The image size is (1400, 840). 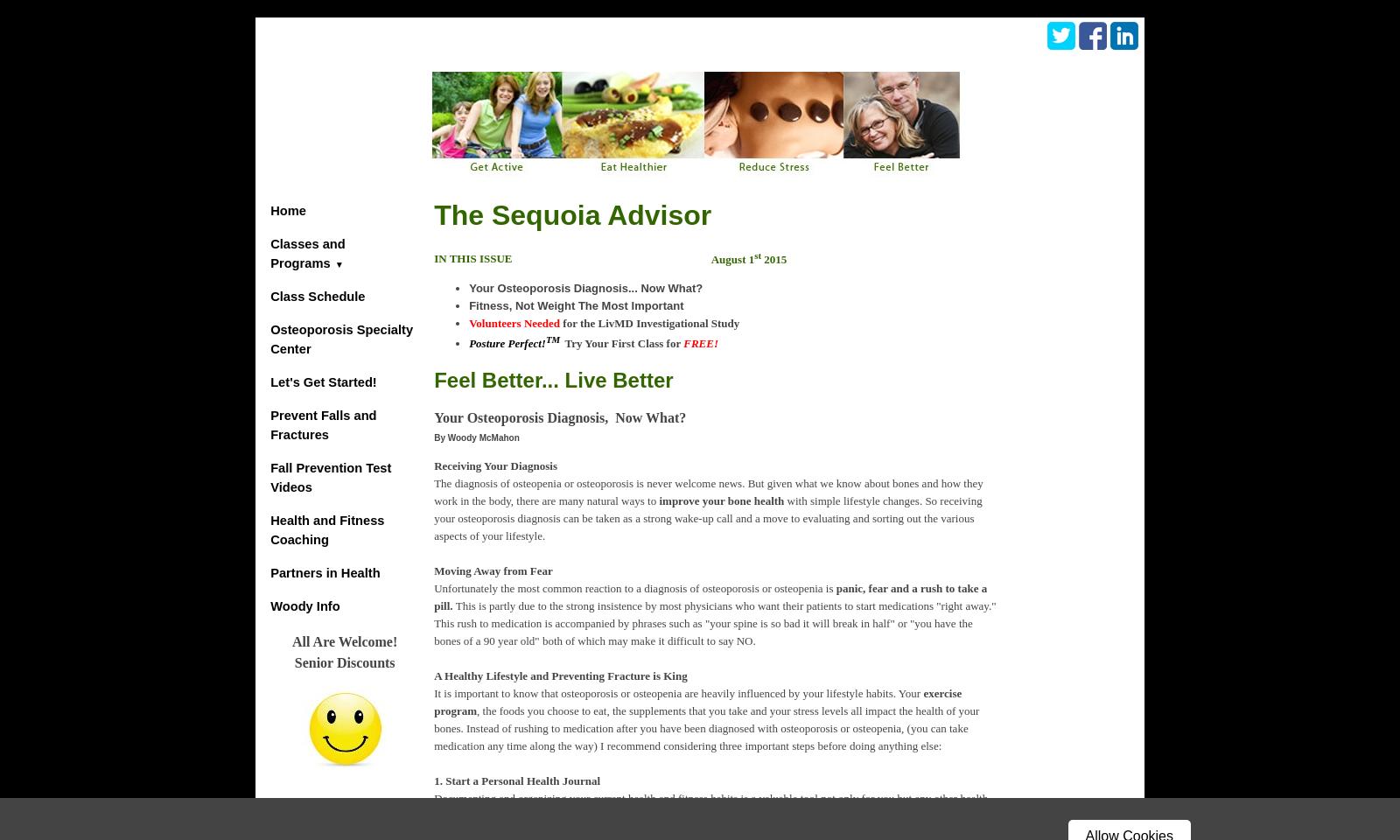 What do you see at coordinates (1056, 201) in the screenshot?
I see `'wwwwwwwwwwwwww'` at bounding box center [1056, 201].